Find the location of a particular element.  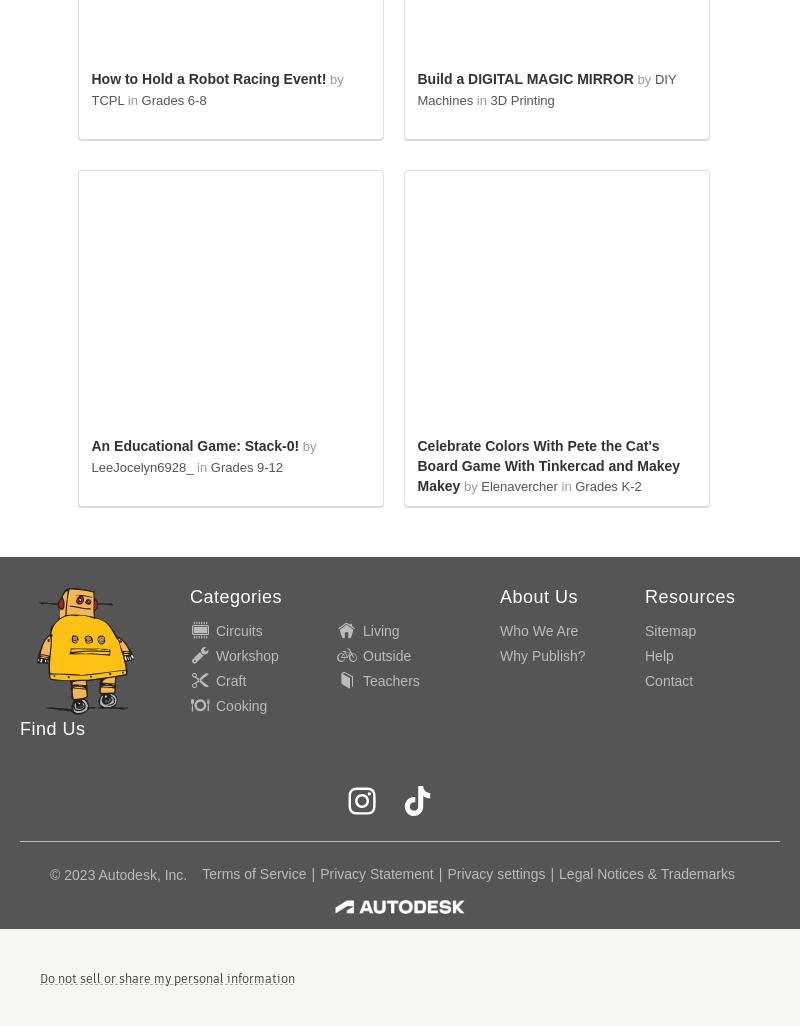

'Do not sell or share my personal information' is located at coordinates (167, 976).